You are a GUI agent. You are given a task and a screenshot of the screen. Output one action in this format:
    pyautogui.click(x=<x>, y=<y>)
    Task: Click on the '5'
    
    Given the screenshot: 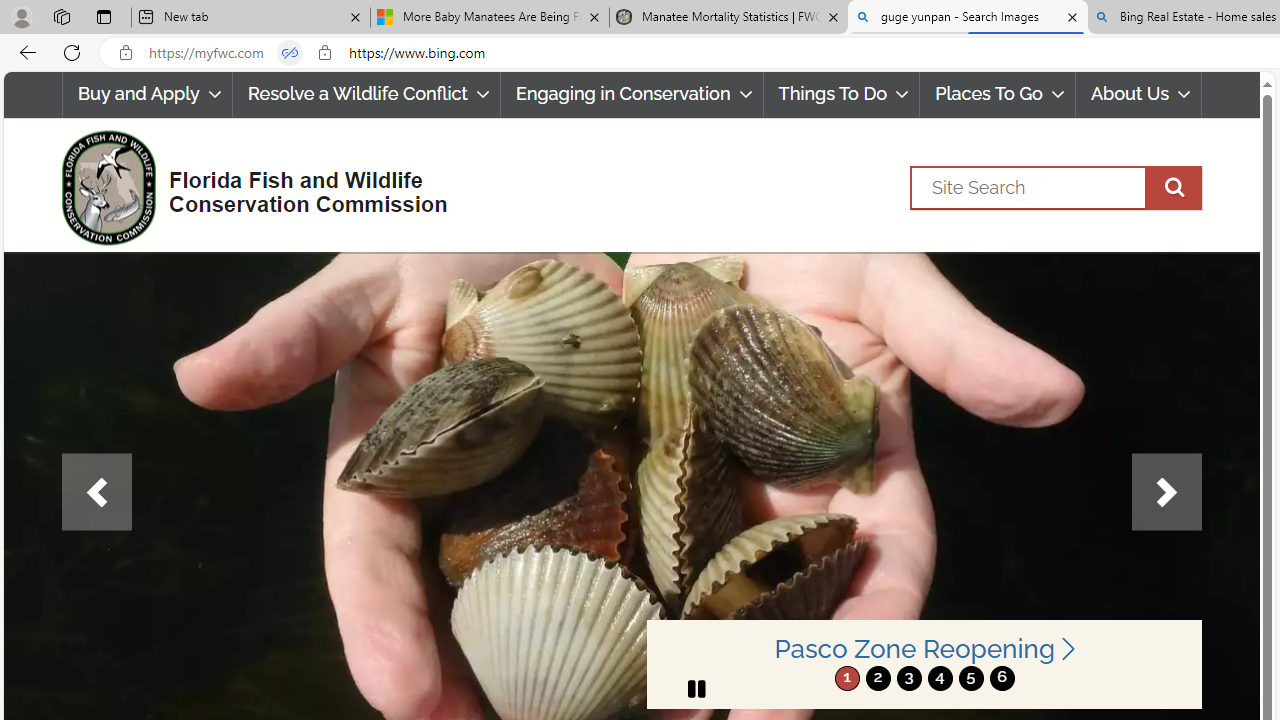 What is the action you would take?
    pyautogui.click(x=970, y=677)
    